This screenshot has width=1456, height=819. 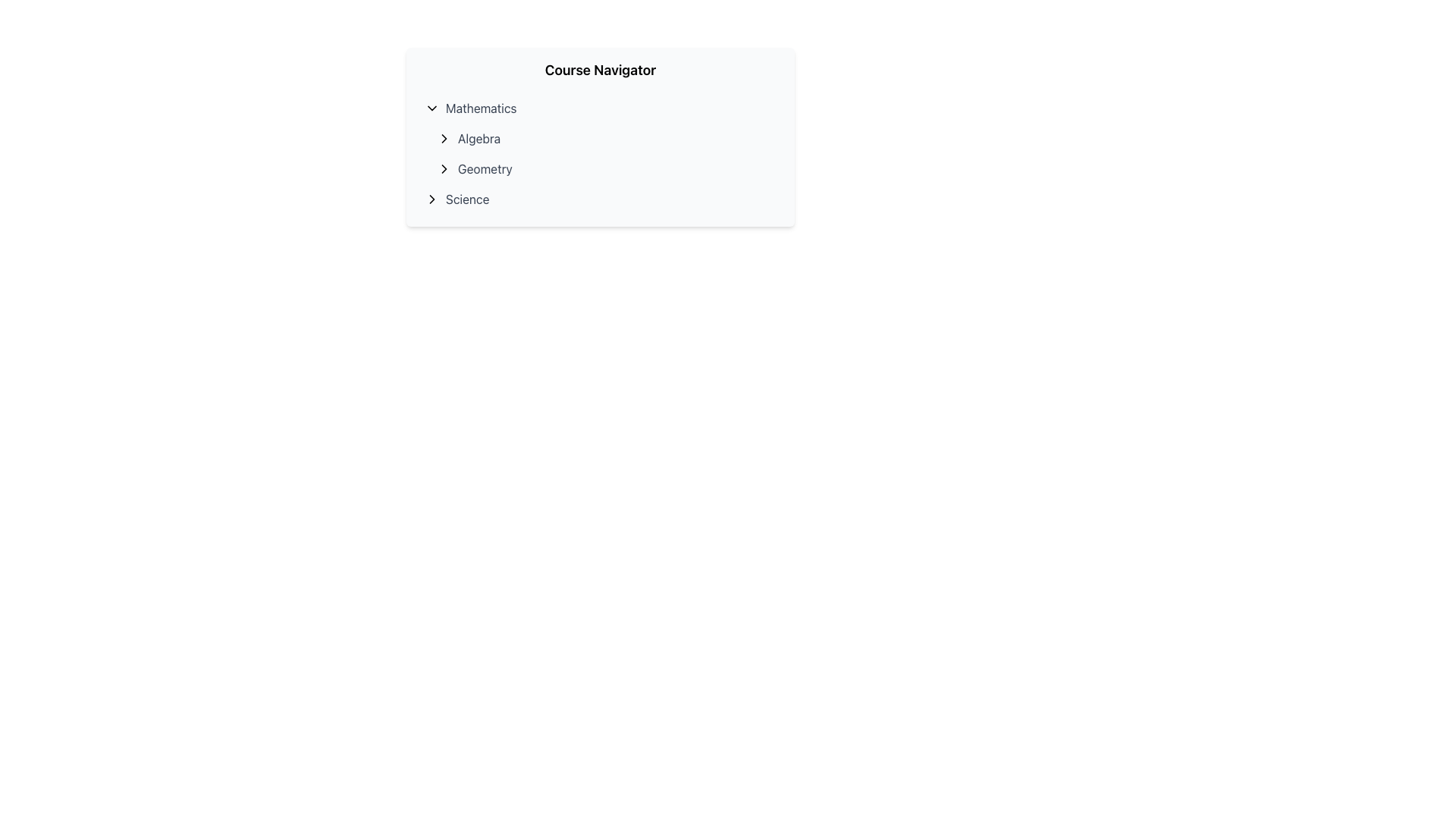 What do you see at coordinates (466, 198) in the screenshot?
I see `the 'Science' text label in the Course Navigator section` at bounding box center [466, 198].